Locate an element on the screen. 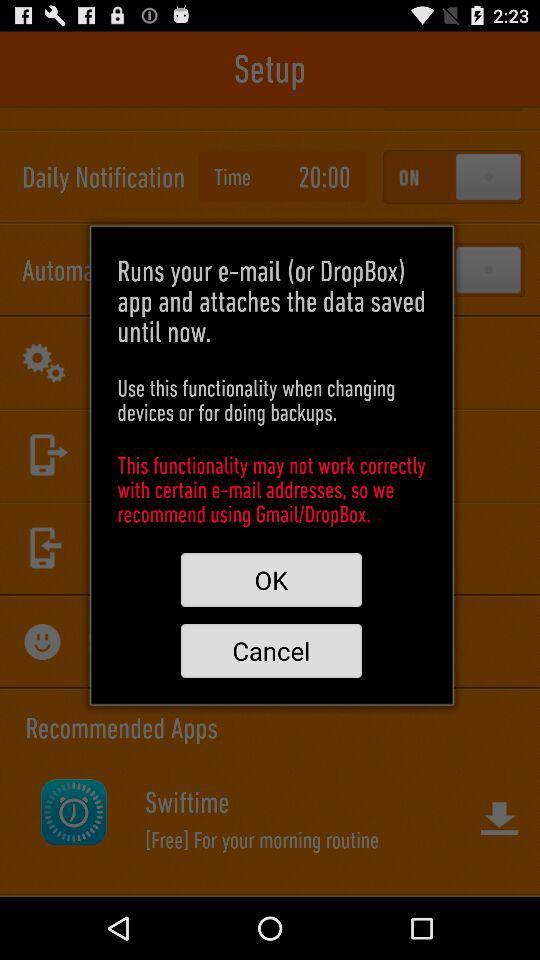 The height and width of the screenshot is (960, 540). item below the this functionality may is located at coordinates (270, 580).